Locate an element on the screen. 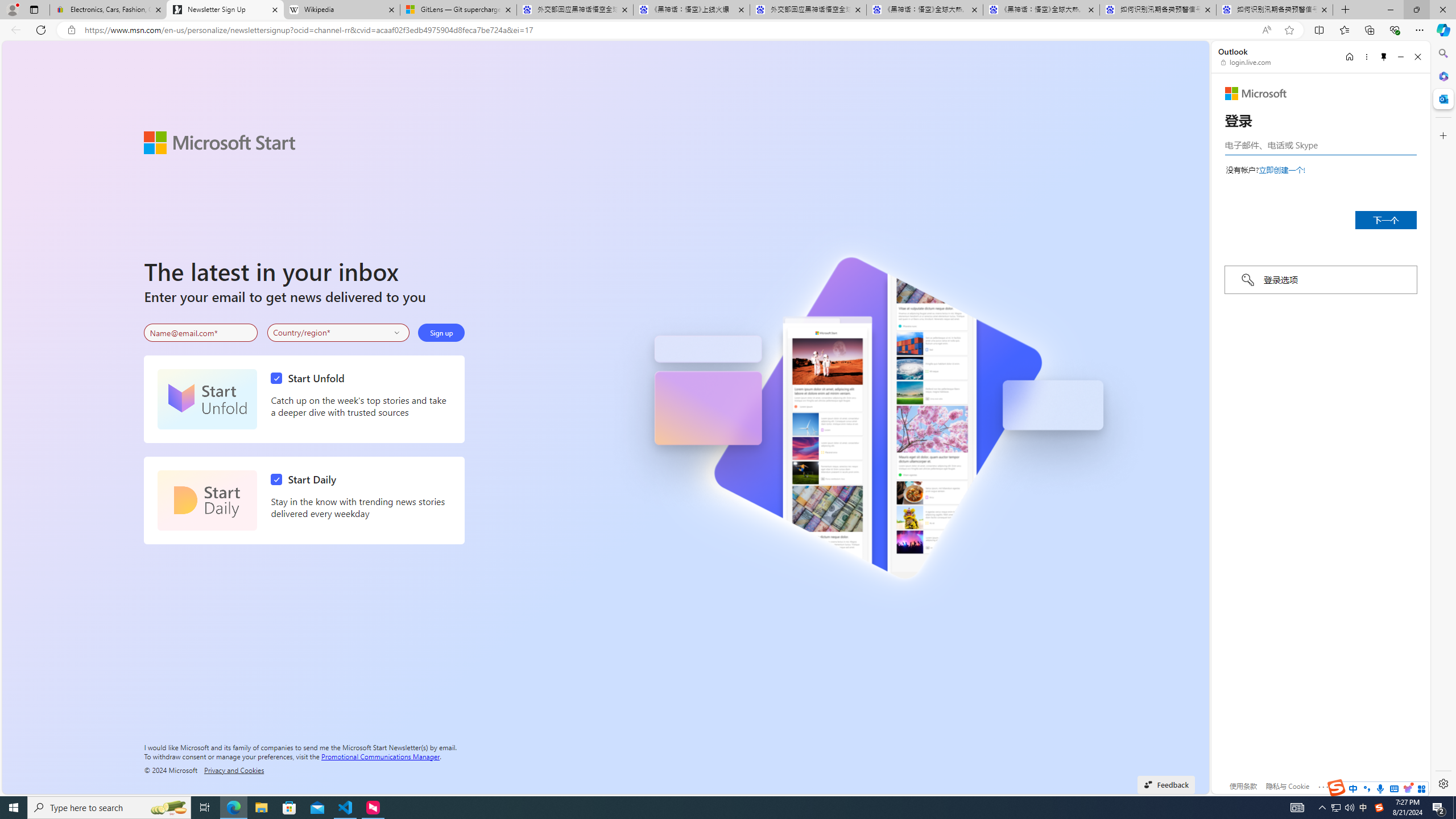 Image resolution: width=1456 pixels, height=819 pixels. 'Sign up' is located at coordinates (441, 333).